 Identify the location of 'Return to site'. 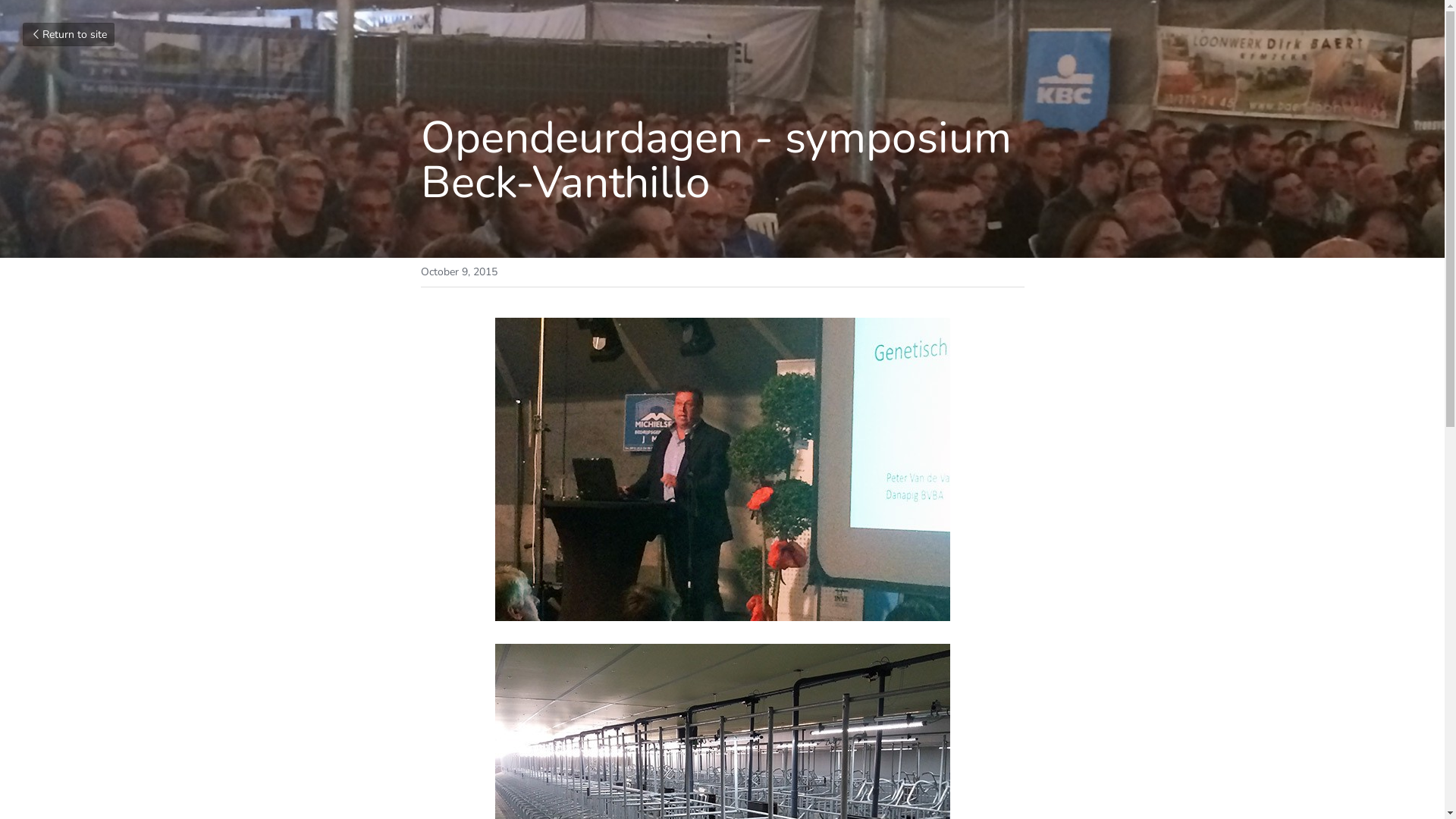
(22, 34).